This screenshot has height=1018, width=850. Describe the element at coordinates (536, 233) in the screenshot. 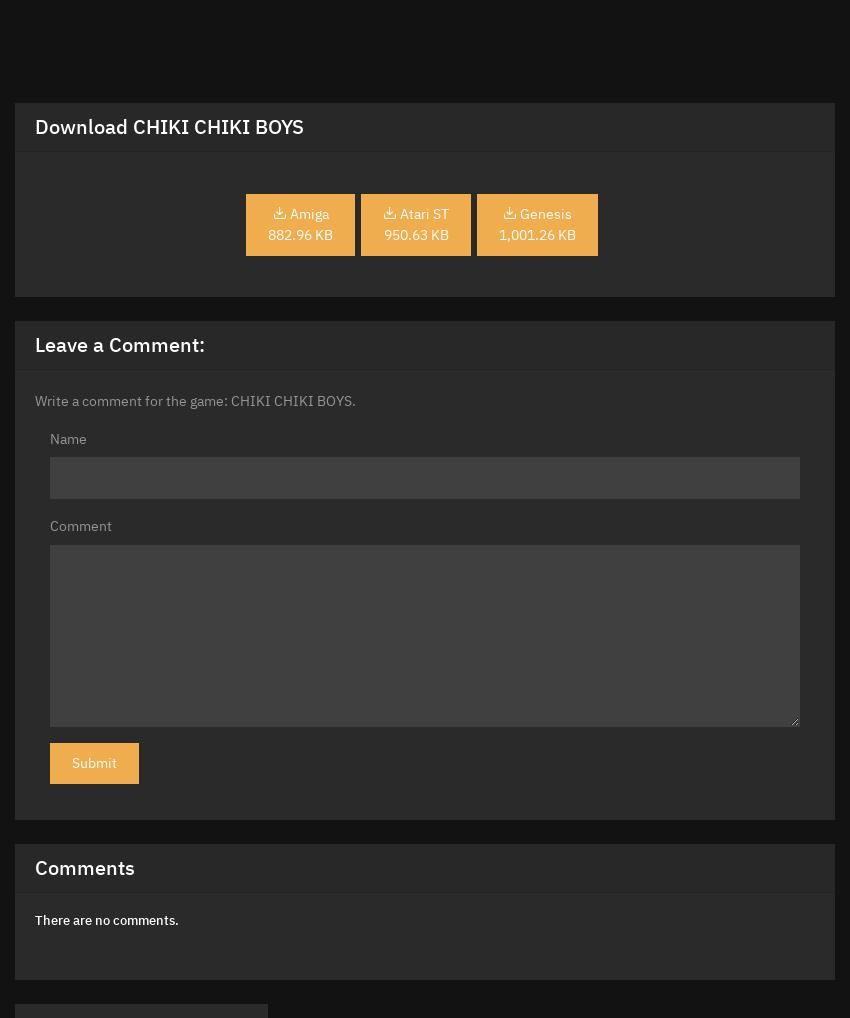

I see `'1,001.26 KB'` at that location.